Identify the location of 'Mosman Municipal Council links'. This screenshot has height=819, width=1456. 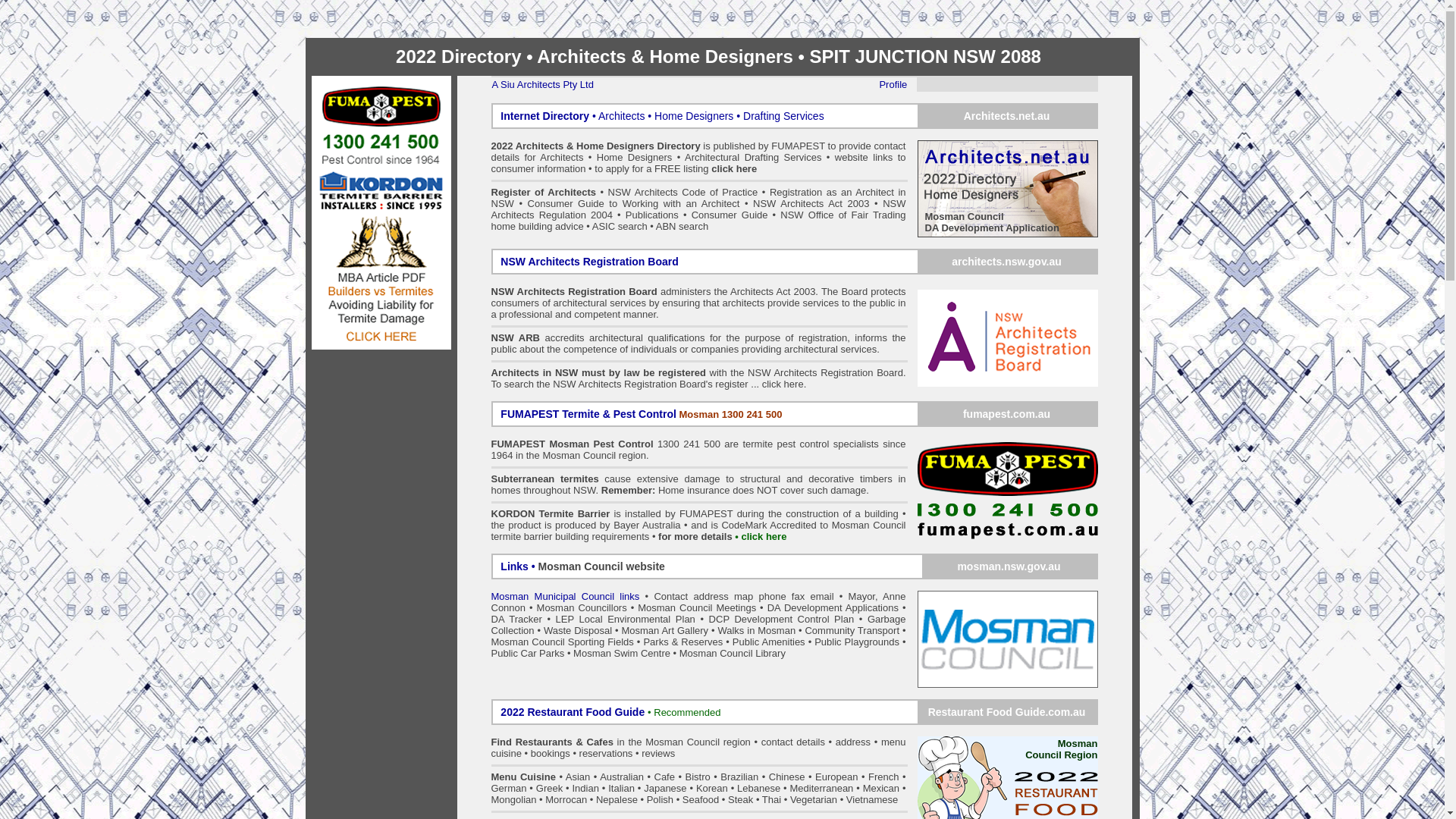
(491, 595).